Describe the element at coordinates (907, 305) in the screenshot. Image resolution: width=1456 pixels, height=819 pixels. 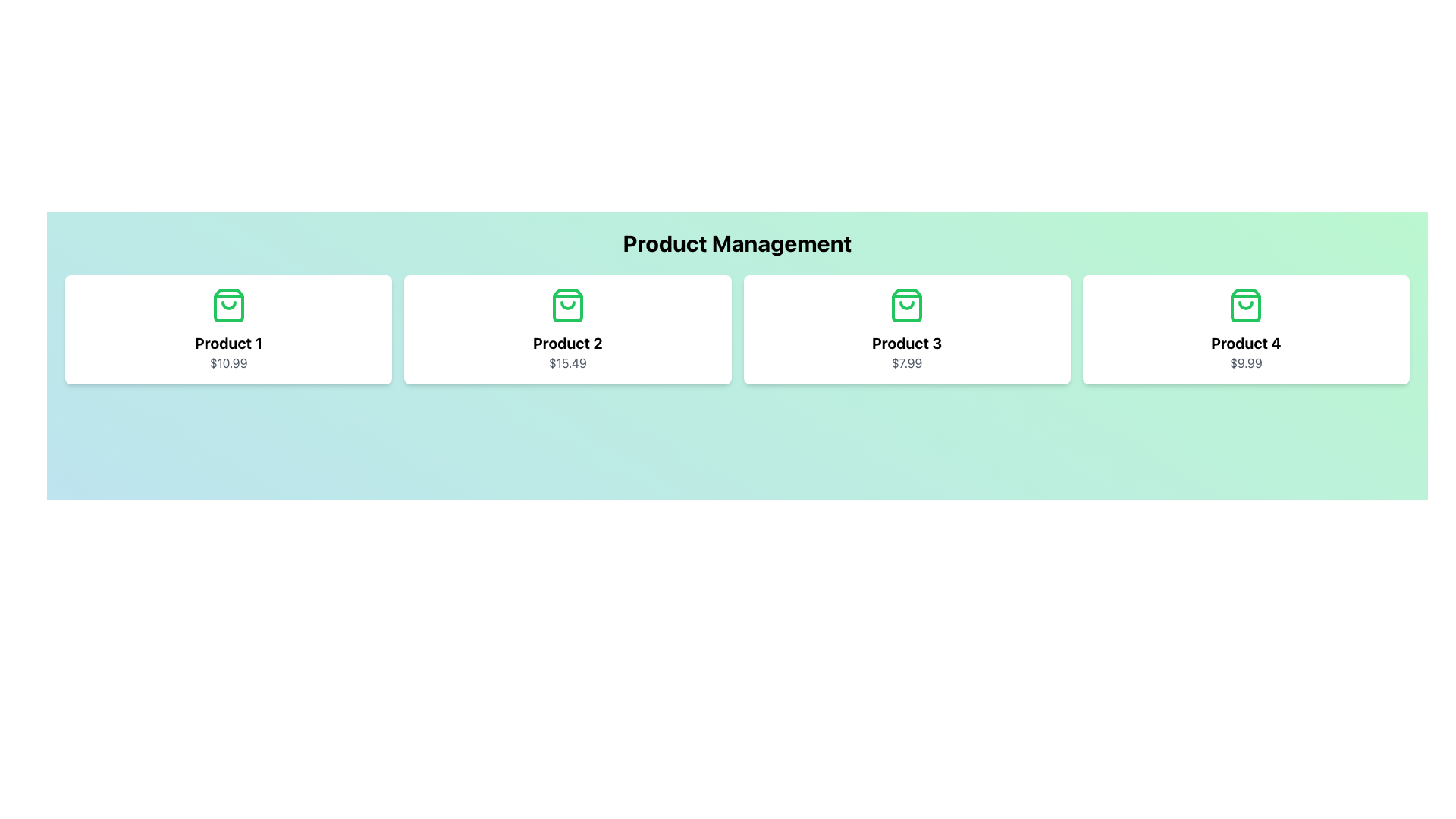
I see `the green SVG graphic portion resembling the top segment of a shopping bag with rounded corners, located in the third card under the 'Product Management' header` at that location.